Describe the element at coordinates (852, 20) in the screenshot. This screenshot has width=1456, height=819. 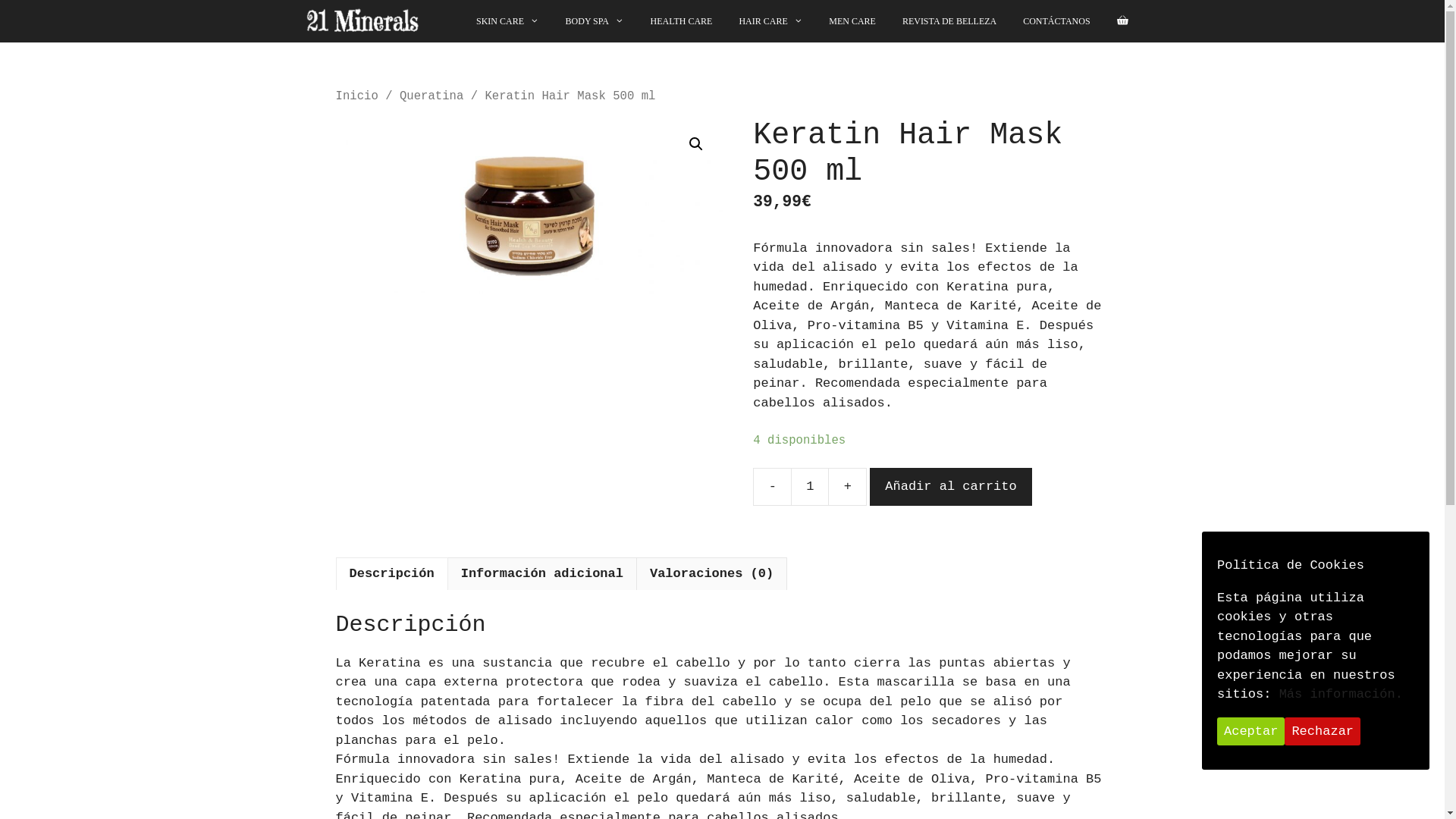
I see `'MEN CARE'` at that location.